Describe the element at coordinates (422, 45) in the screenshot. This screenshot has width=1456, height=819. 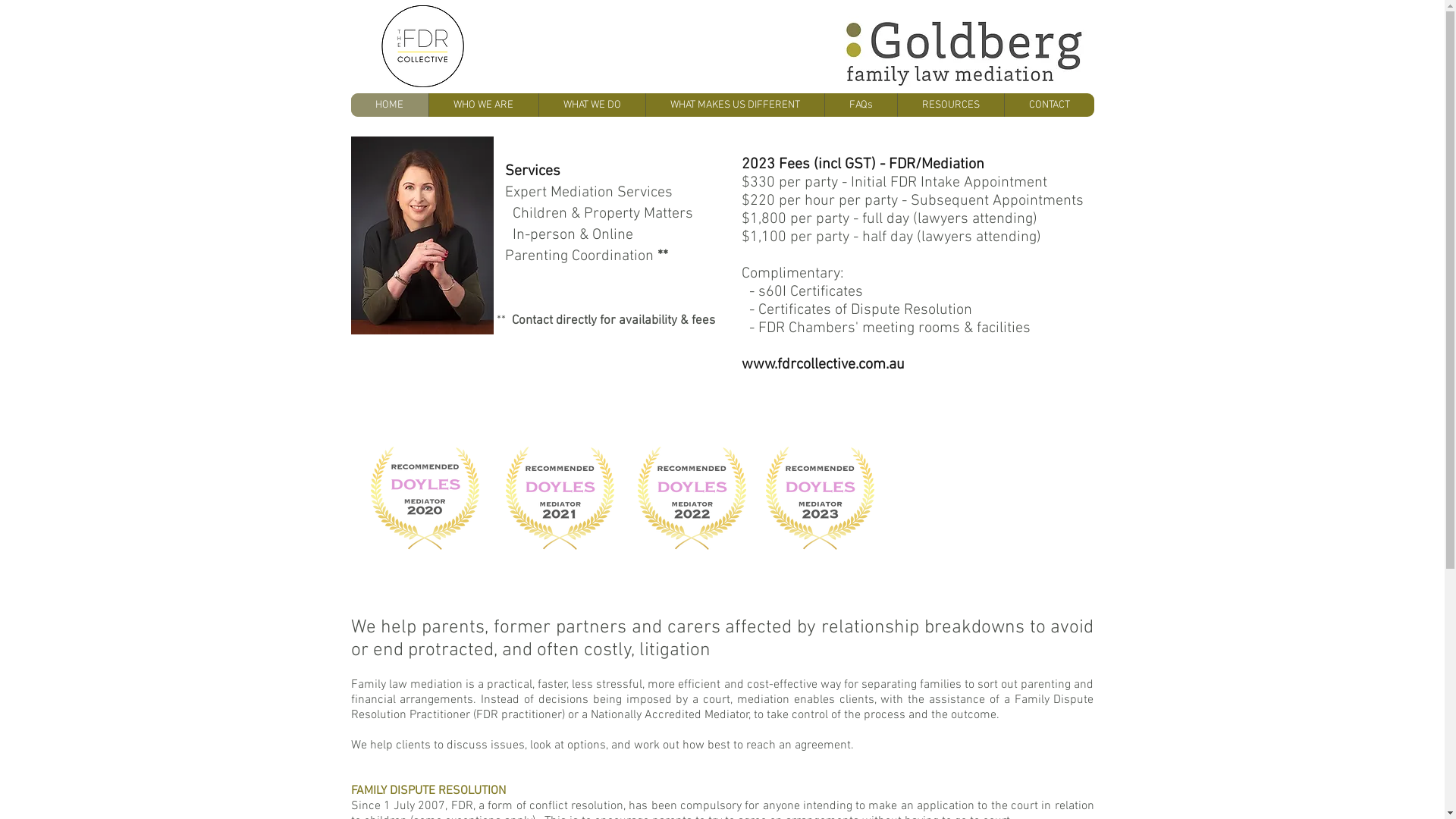
I see `'FDR Collective - White.png'` at that location.